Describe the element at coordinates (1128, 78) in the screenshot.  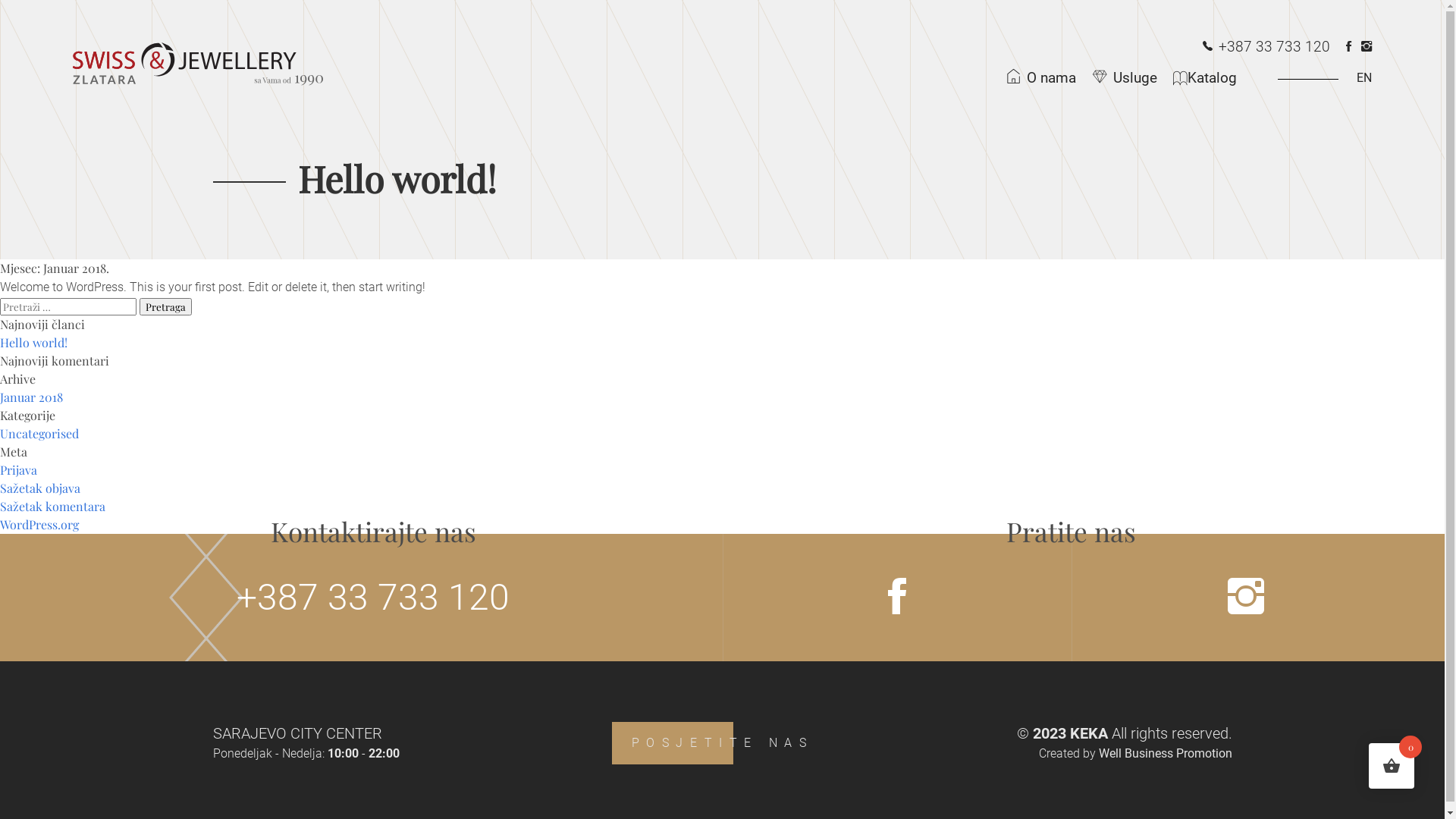
I see `'Usluge'` at that location.